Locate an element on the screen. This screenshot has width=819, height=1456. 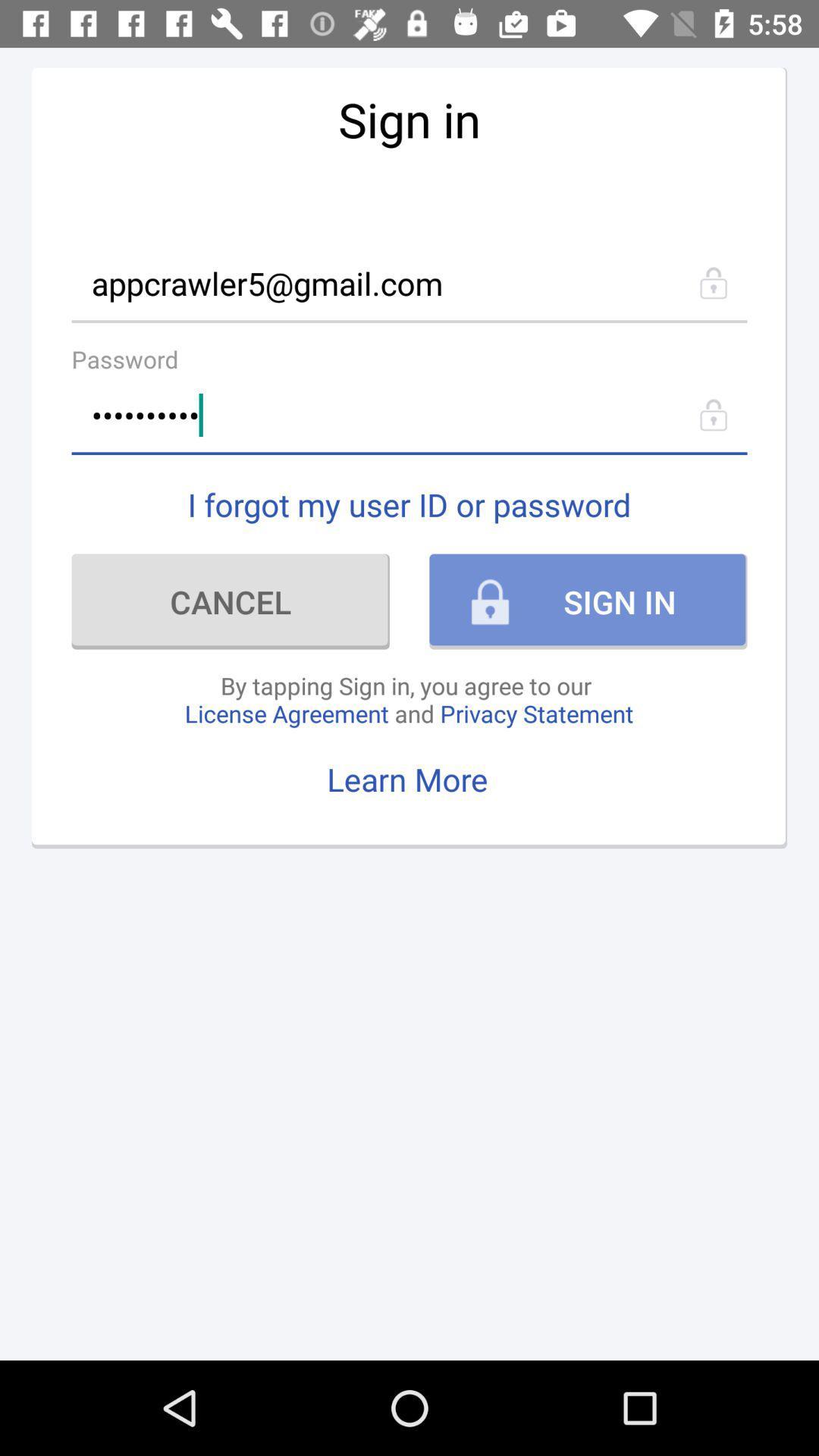
the item below password item is located at coordinates (409, 415).